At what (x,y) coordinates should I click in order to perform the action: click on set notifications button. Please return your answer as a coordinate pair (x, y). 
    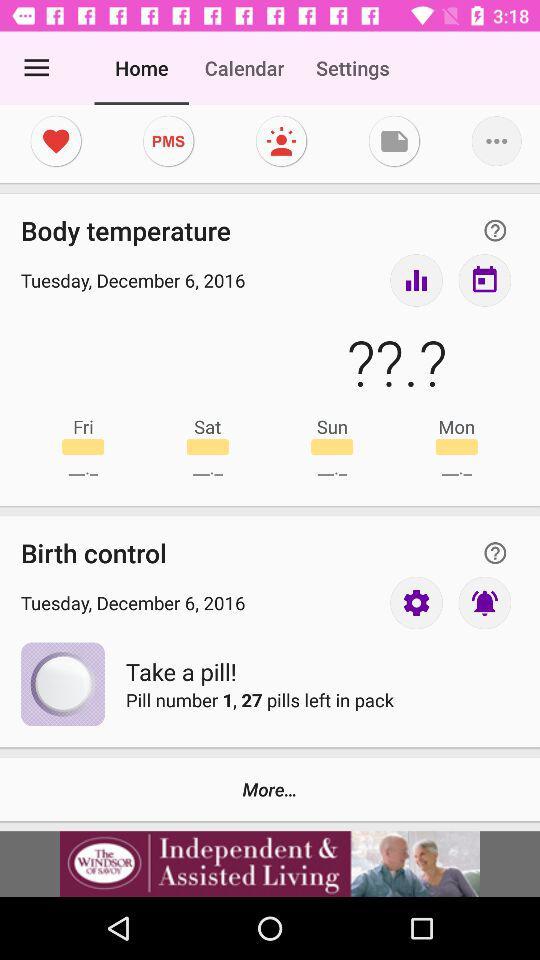
    Looking at the image, I should click on (483, 601).